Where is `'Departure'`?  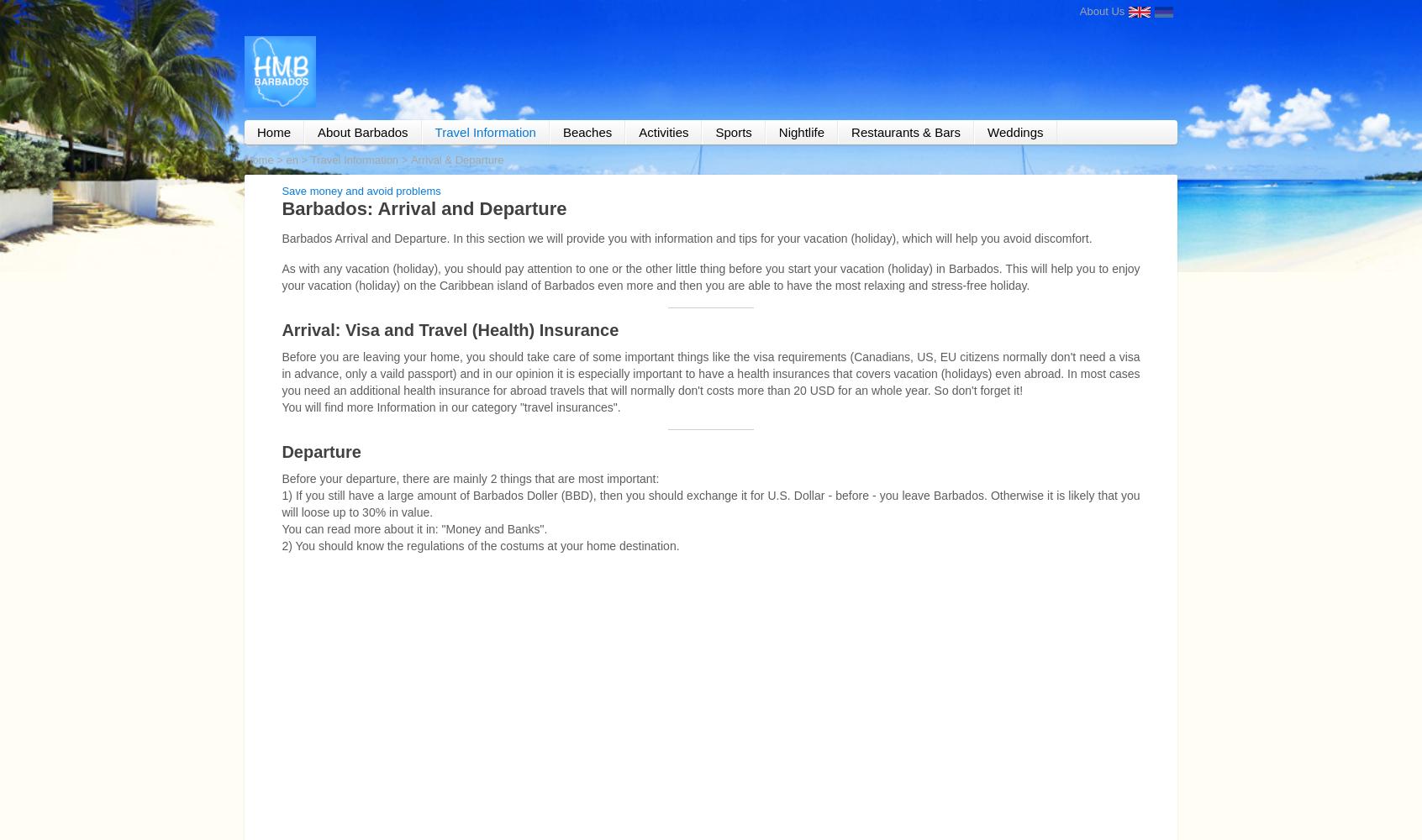
'Departure' is located at coordinates (281, 451).